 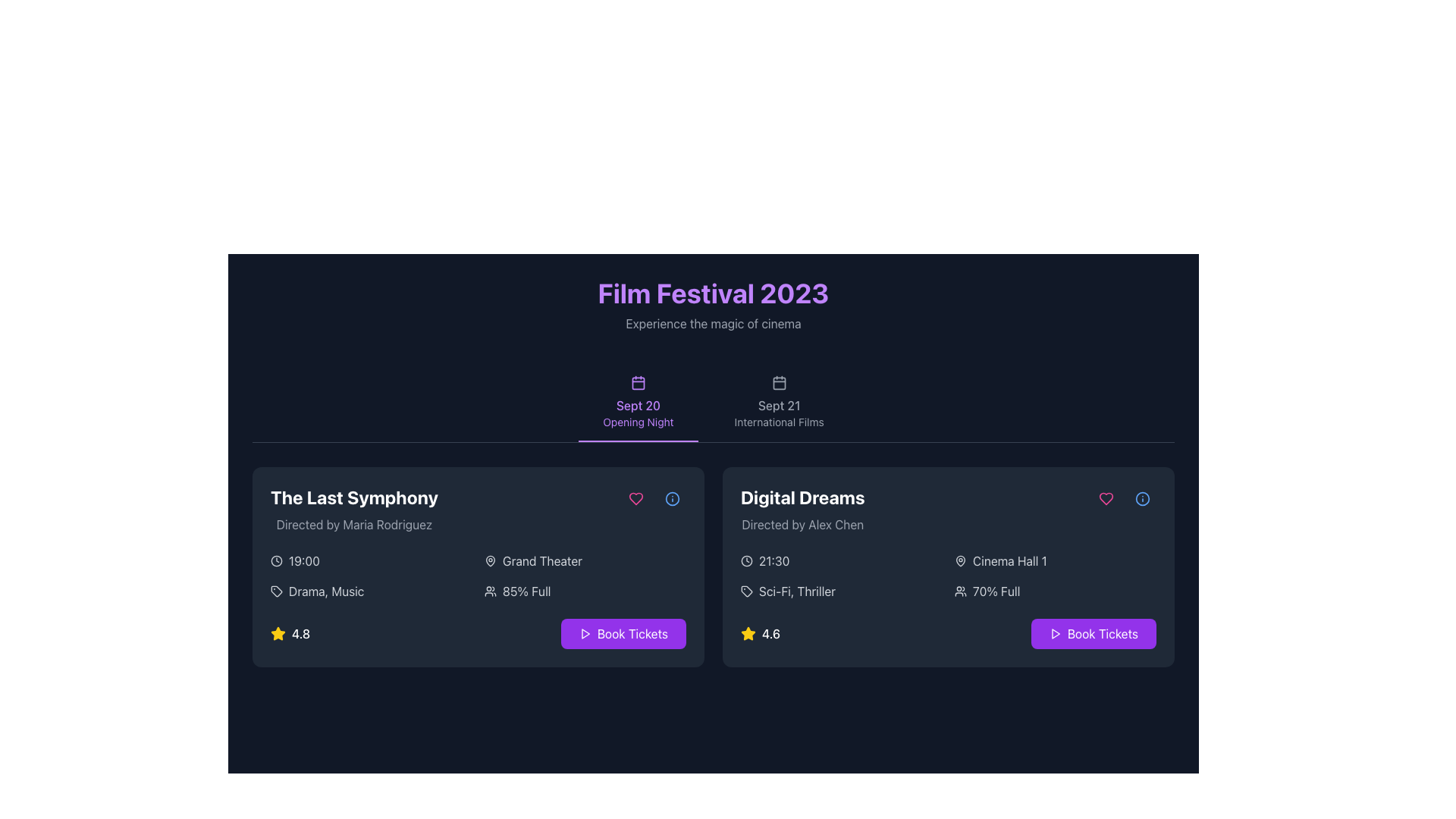 What do you see at coordinates (960, 590) in the screenshot?
I see `the occupancy icon located to the left of the '70% Full' text in the bottom right section of the 'Digital Dreams' film card` at bounding box center [960, 590].